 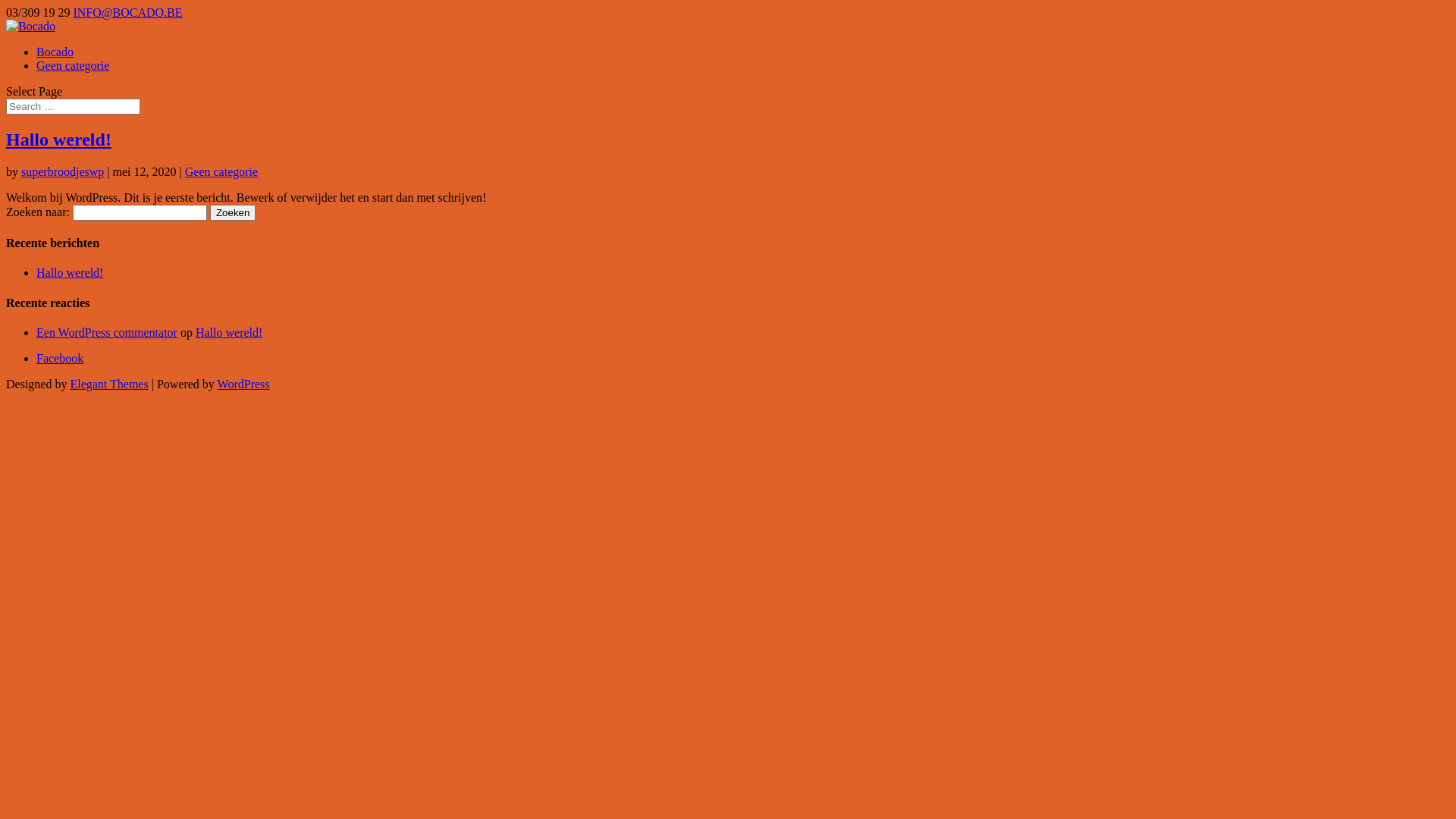 What do you see at coordinates (72, 64) in the screenshot?
I see `'Geen categorie'` at bounding box center [72, 64].